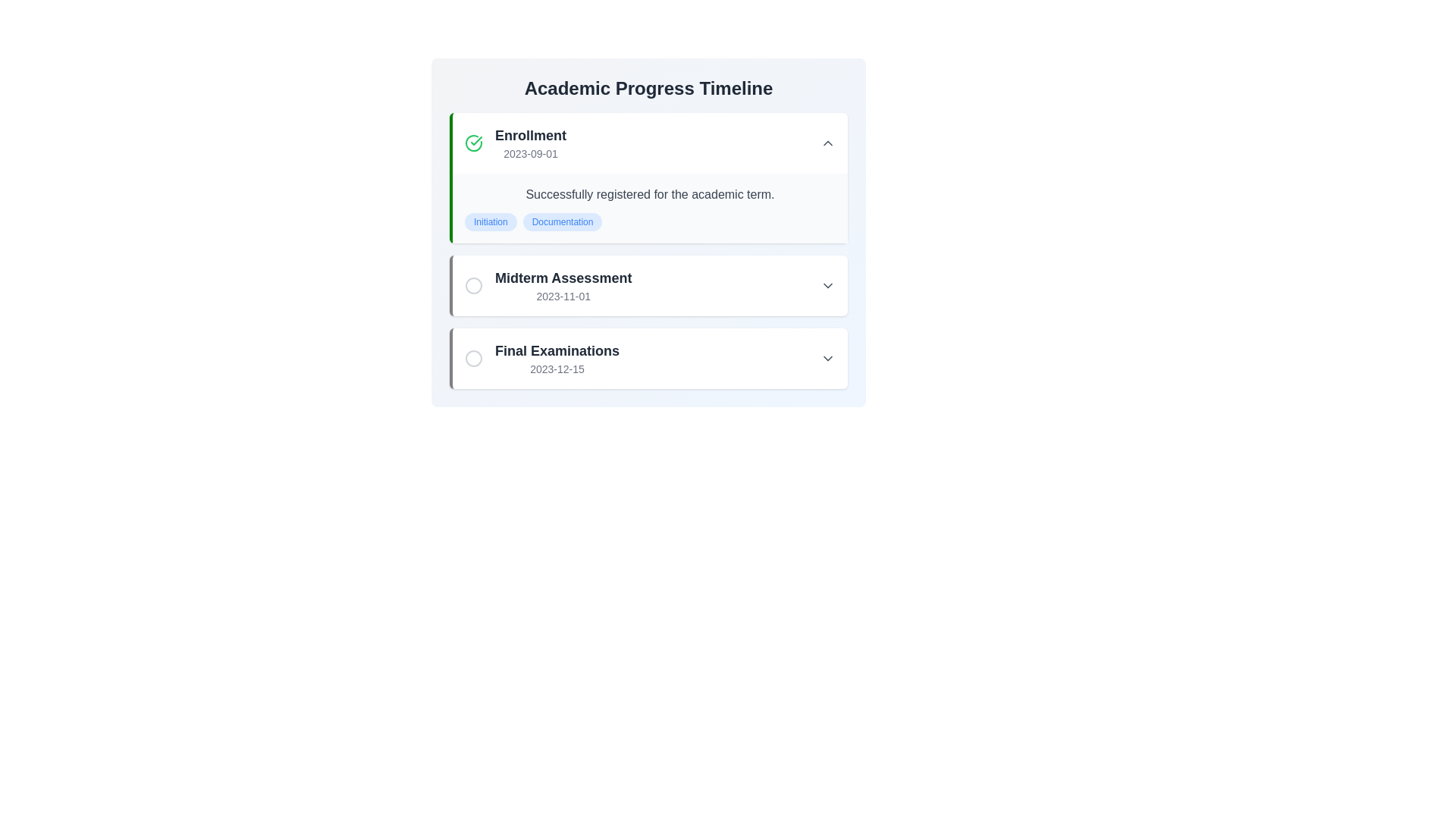  Describe the element at coordinates (563, 278) in the screenshot. I see `the static text label displaying 'Midterm Assessment', which is styled in bold dark gray font and positioned on the second card of the vertical timeline layout` at that location.